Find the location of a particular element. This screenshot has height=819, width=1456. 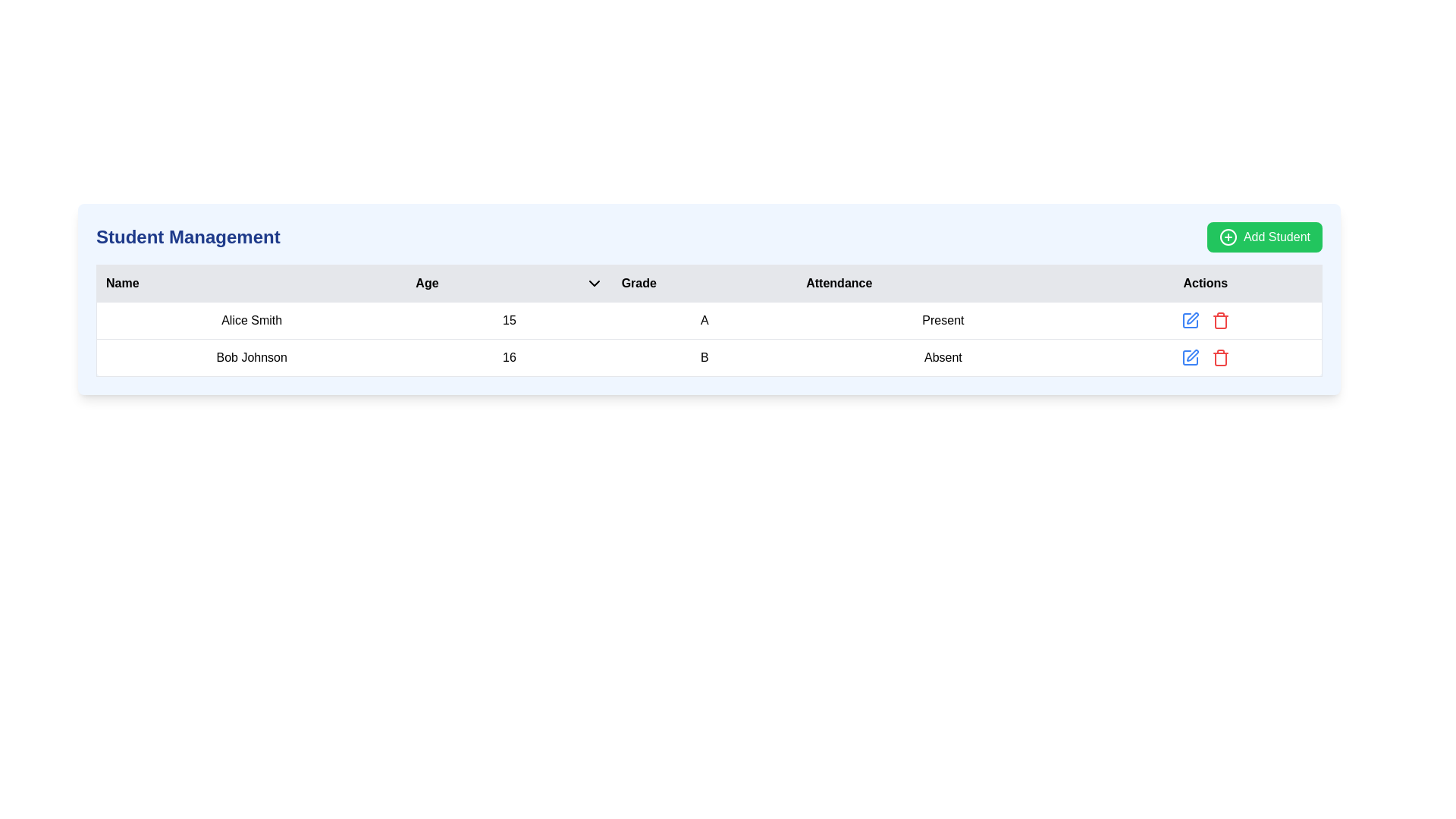

the grade cell displaying 'B' for student 'Bob Johnson' in the second row, third column of the table is located at coordinates (708, 357).